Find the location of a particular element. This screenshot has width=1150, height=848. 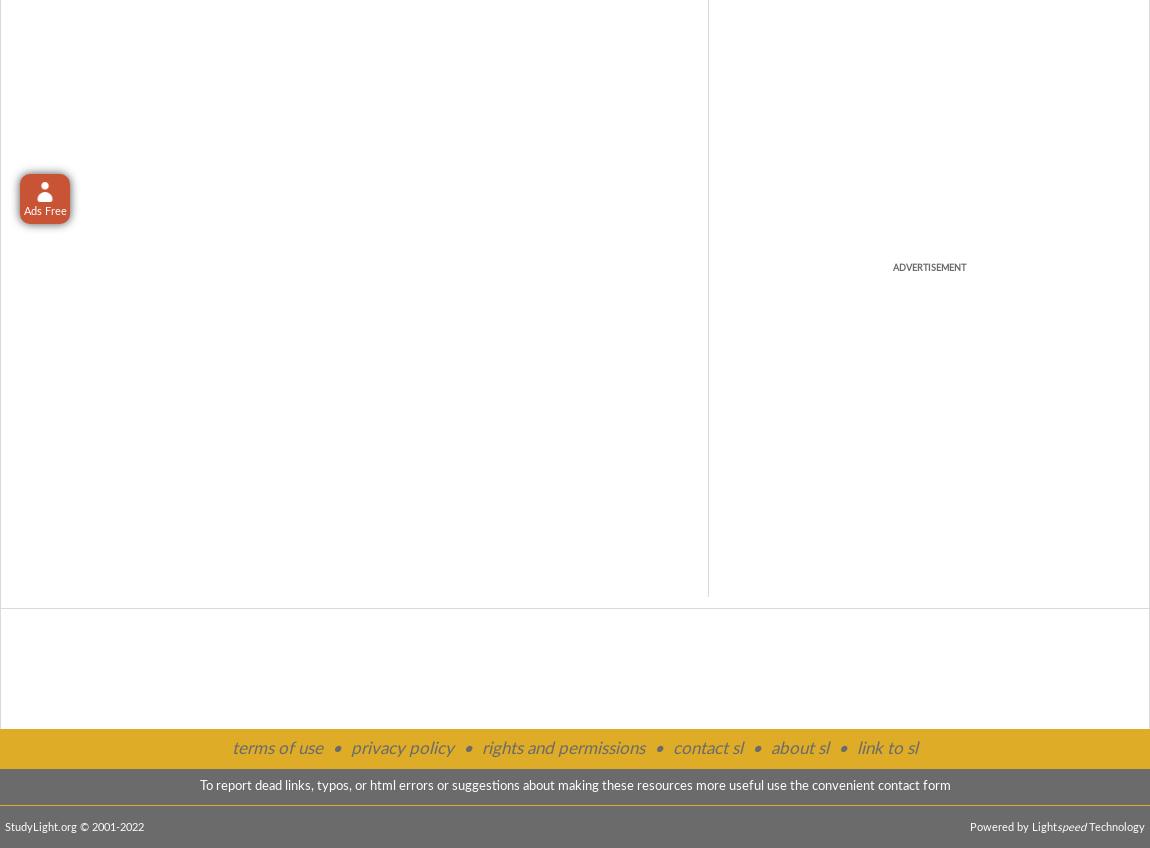

'Technology' is located at coordinates (1115, 827).